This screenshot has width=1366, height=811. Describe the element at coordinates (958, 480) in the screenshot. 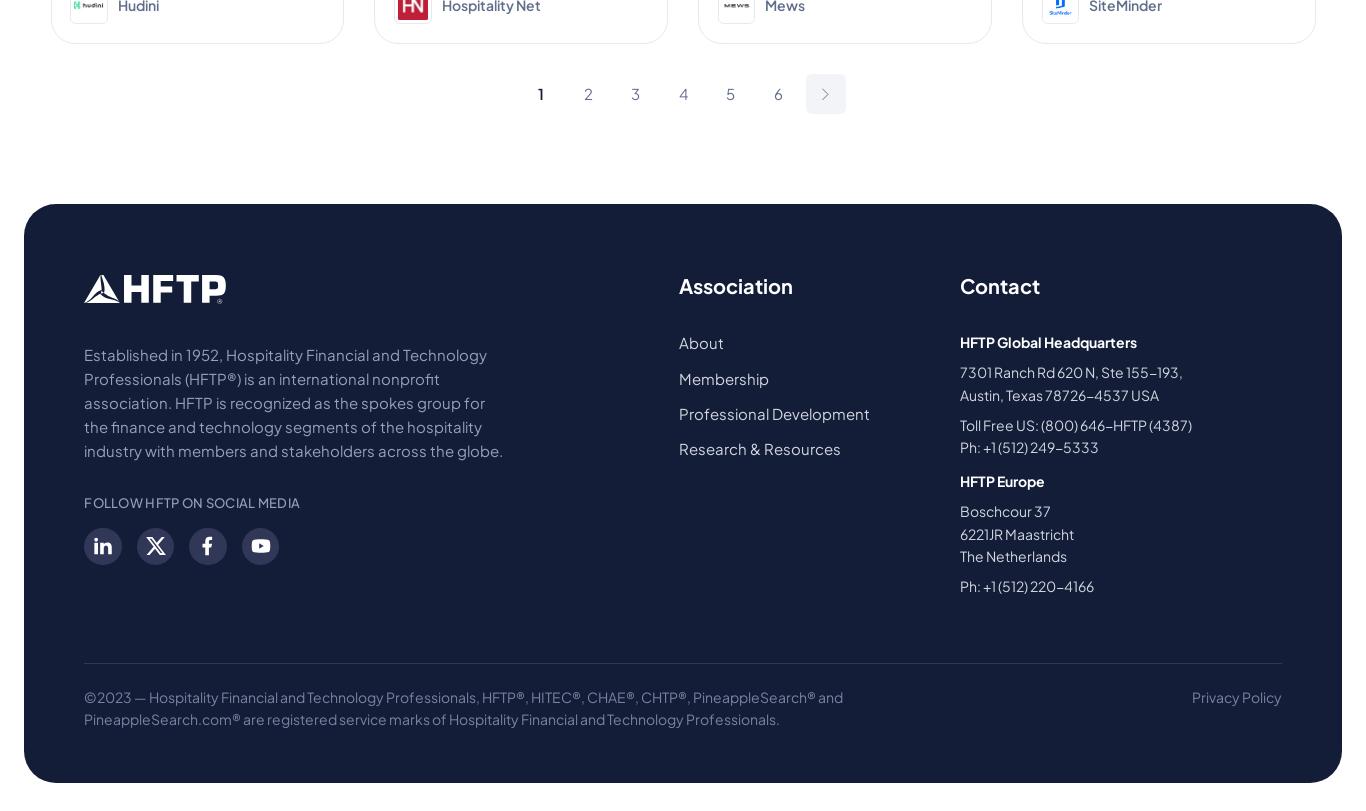

I see `'HFTP Europe'` at that location.